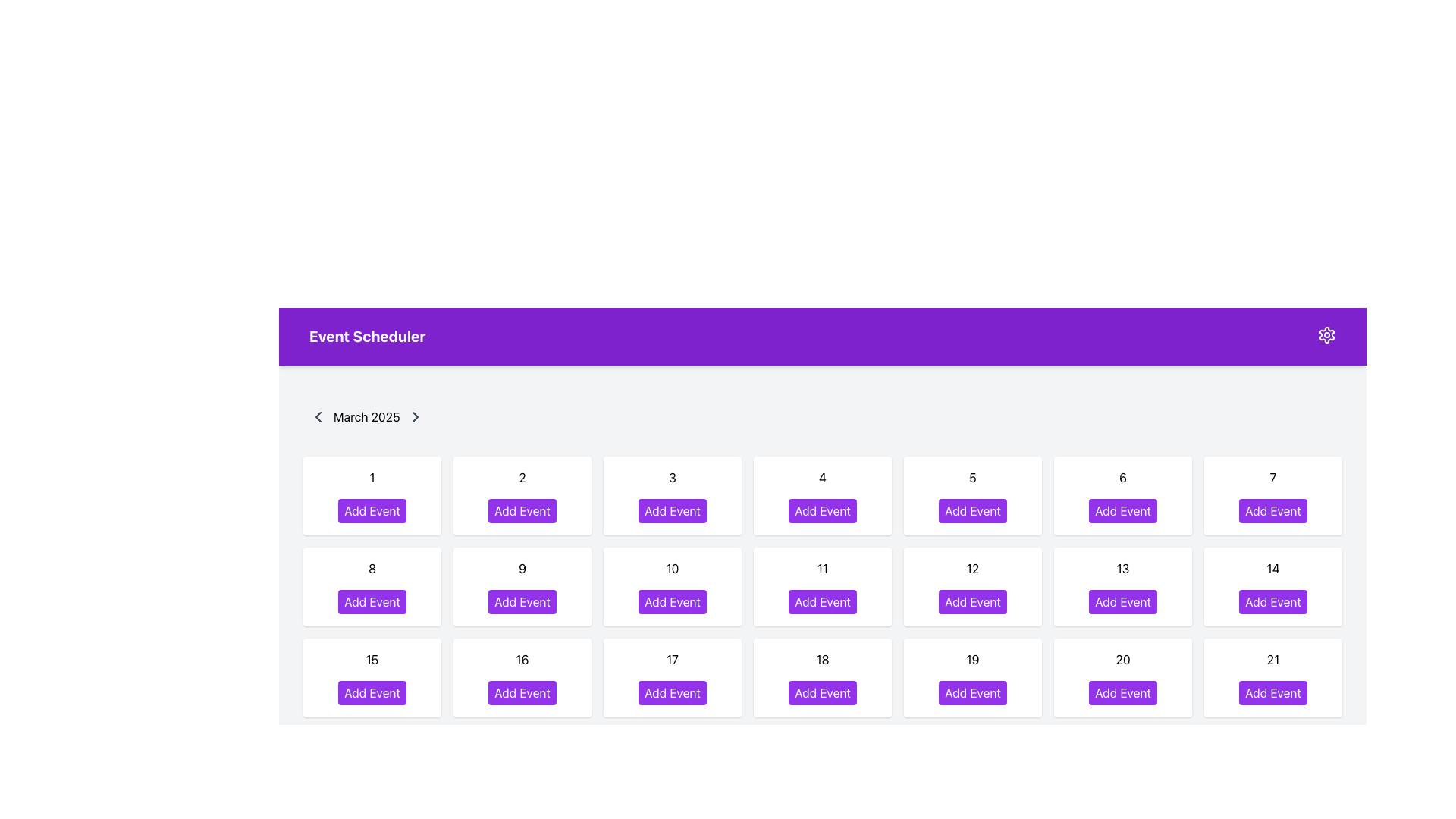 The height and width of the screenshot is (819, 1456). Describe the element at coordinates (415, 417) in the screenshot. I see `the chevron icon located to the right of the 'March 2025' label in the header section` at that location.